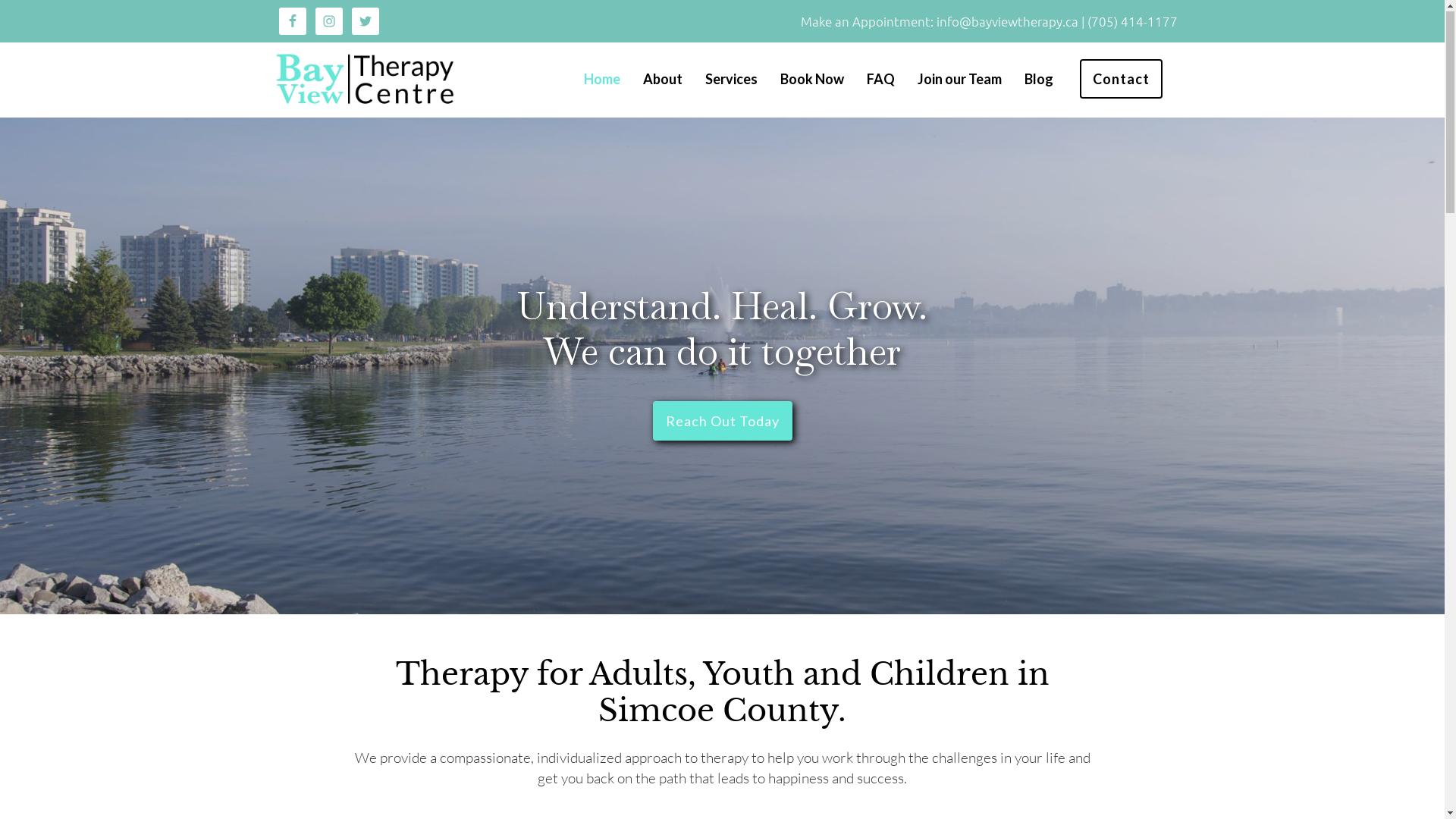 The image size is (1456, 819). Describe the element at coordinates (582, 79) in the screenshot. I see `'Home'` at that location.